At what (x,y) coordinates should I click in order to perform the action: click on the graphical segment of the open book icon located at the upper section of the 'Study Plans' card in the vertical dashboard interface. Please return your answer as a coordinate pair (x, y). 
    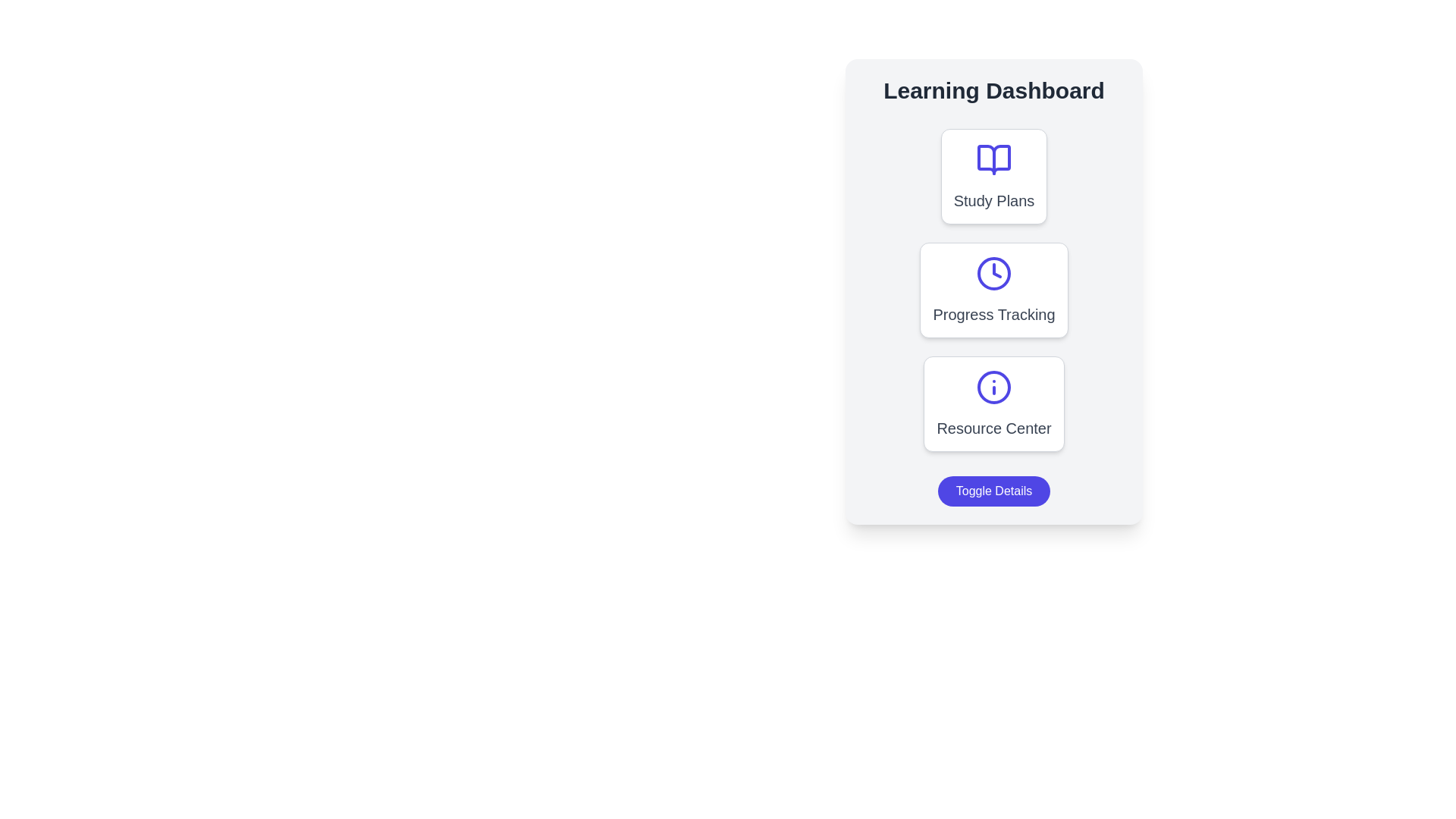
    Looking at the image, I should click on (993, 160).